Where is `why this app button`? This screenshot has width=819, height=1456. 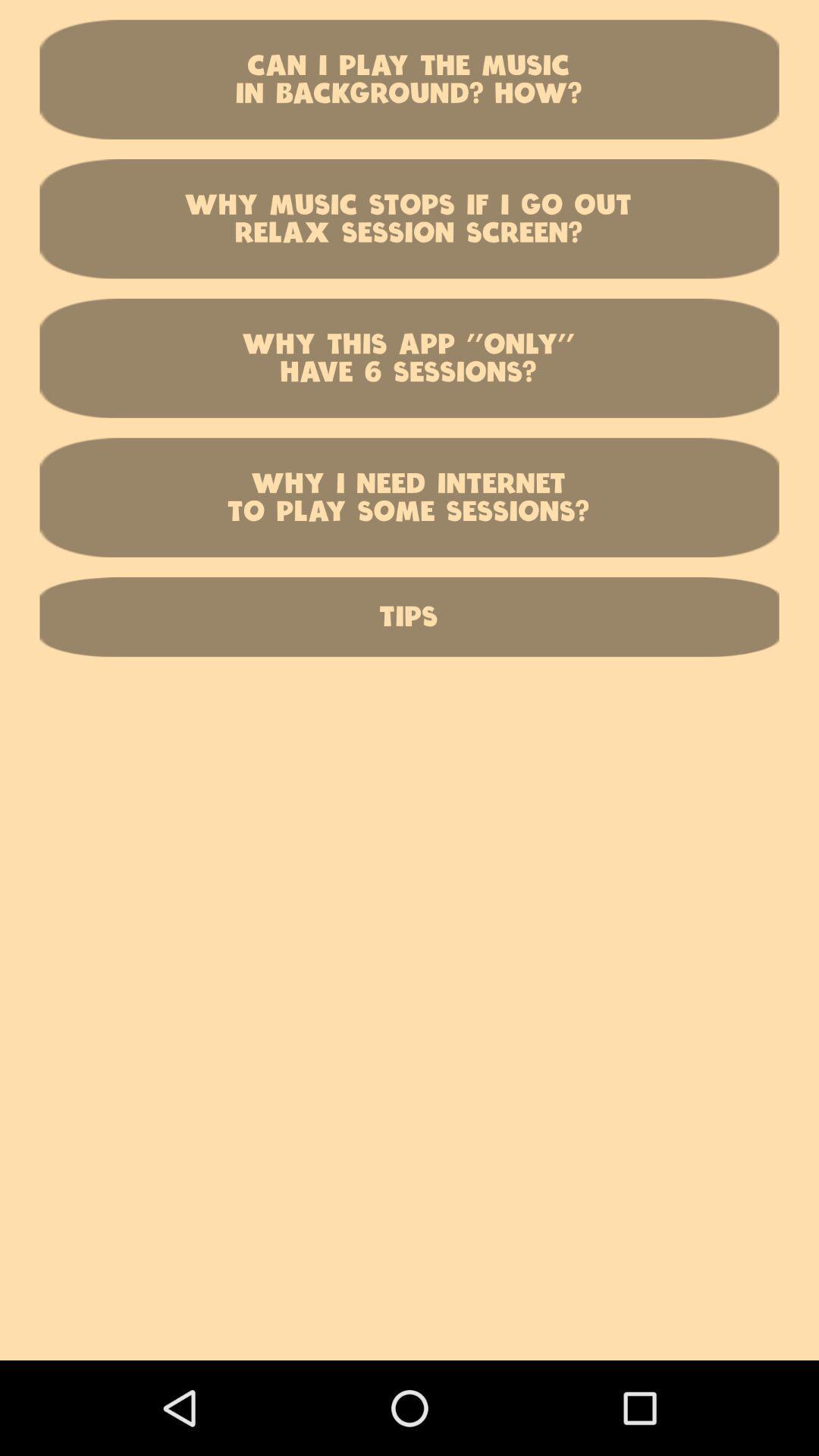
why this app button is located at coordinates (409, 357).